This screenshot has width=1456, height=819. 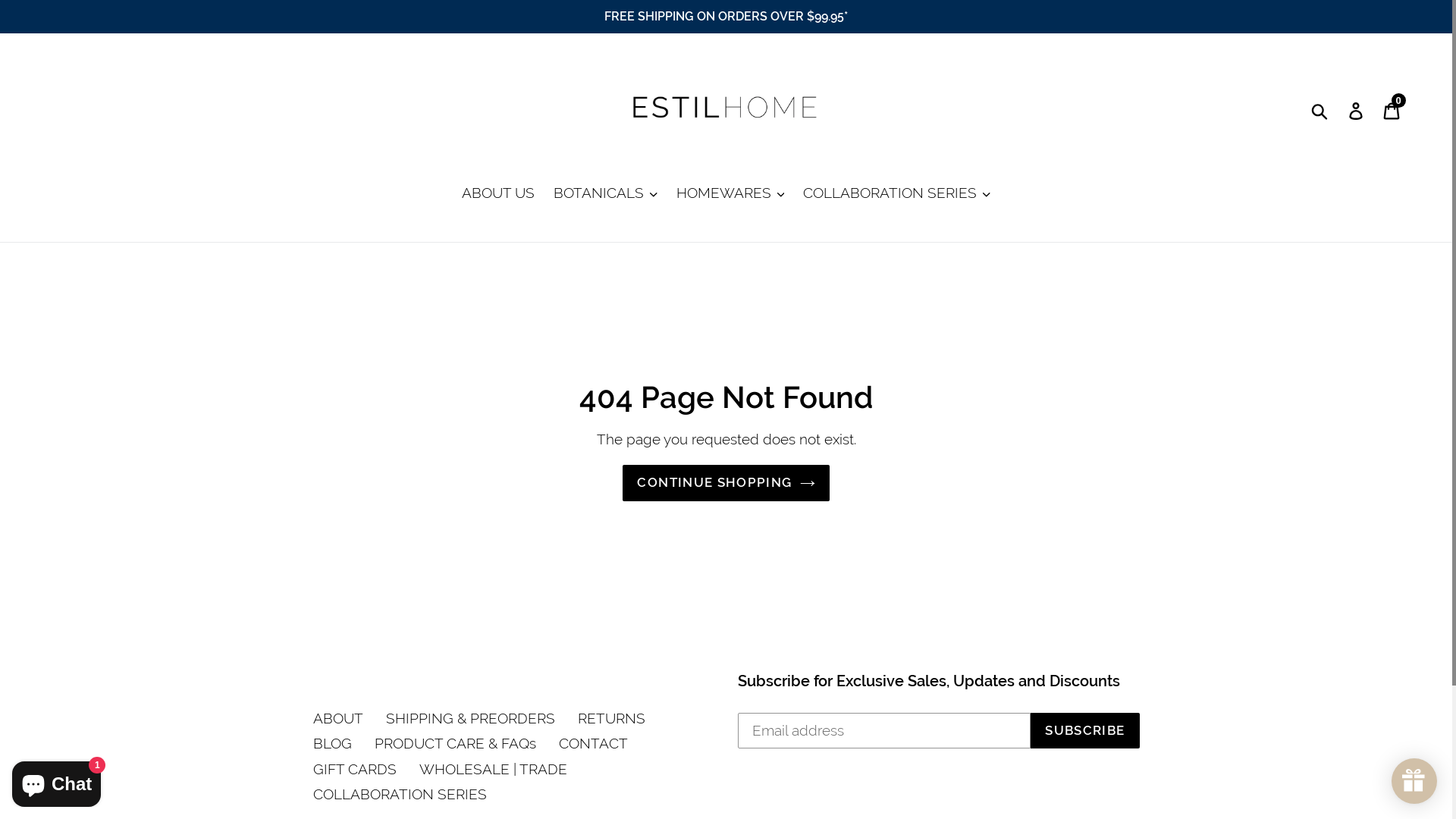 What do you see at coordinates (331, 742) in the screenshot?
I see `'BLOG'` at bounding box center [331, 742].